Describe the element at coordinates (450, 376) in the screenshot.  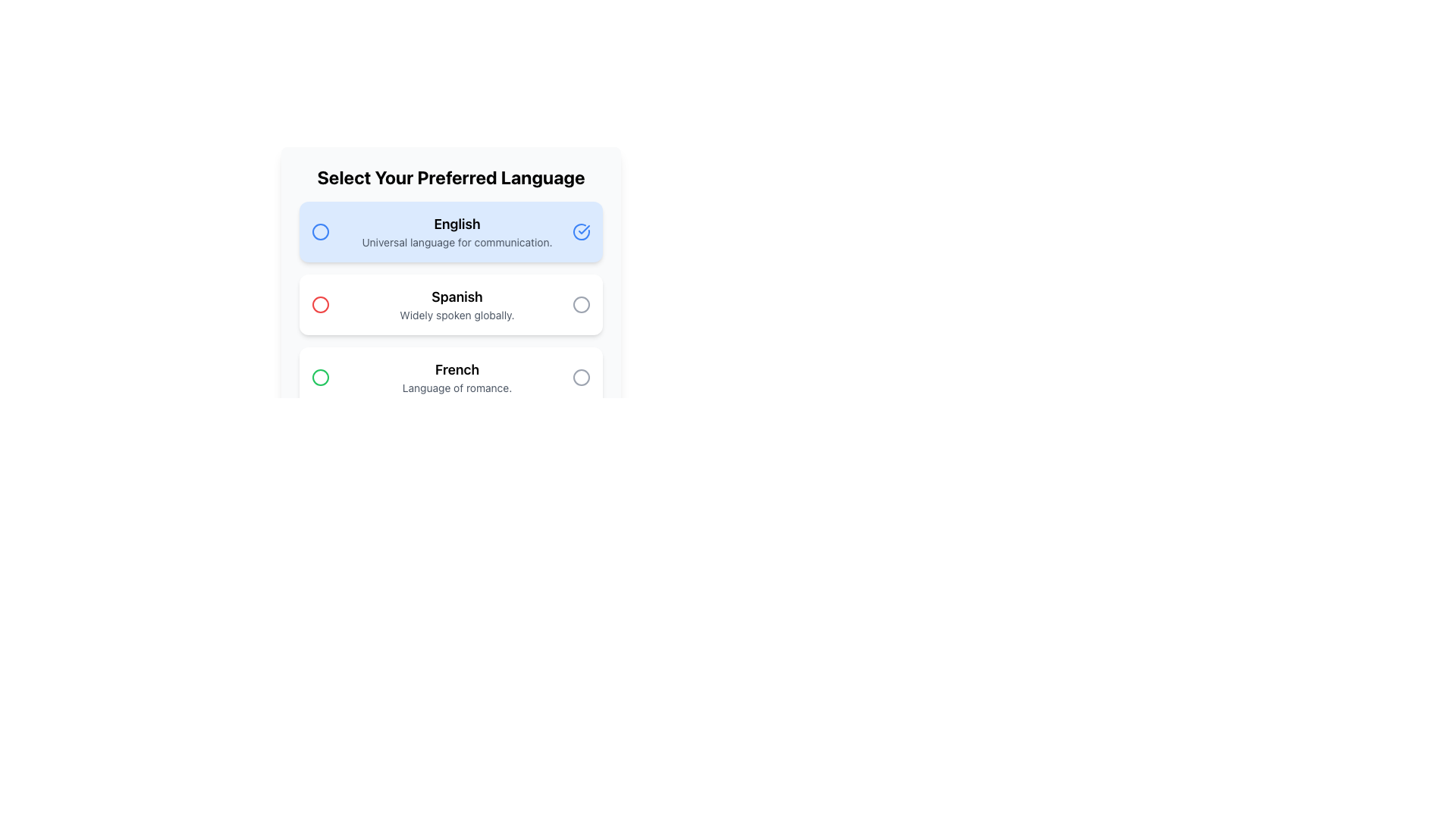
I see `the third selectable option in the language selection menu titled 'Select Your Preferred Language'` at that location.